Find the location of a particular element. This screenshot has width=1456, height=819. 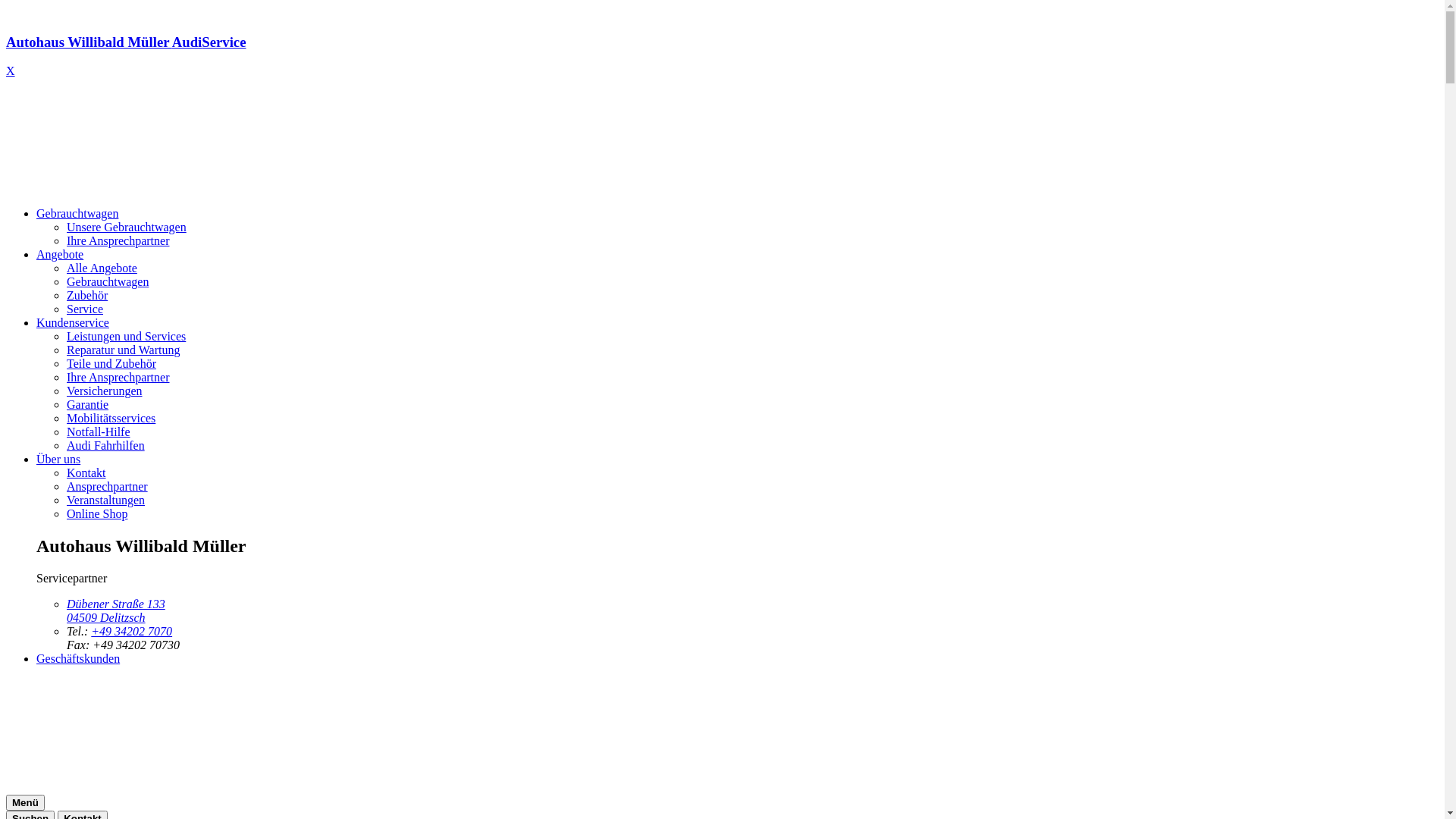

'Reparatur und Wartung' is located at coordinates (123, 350).